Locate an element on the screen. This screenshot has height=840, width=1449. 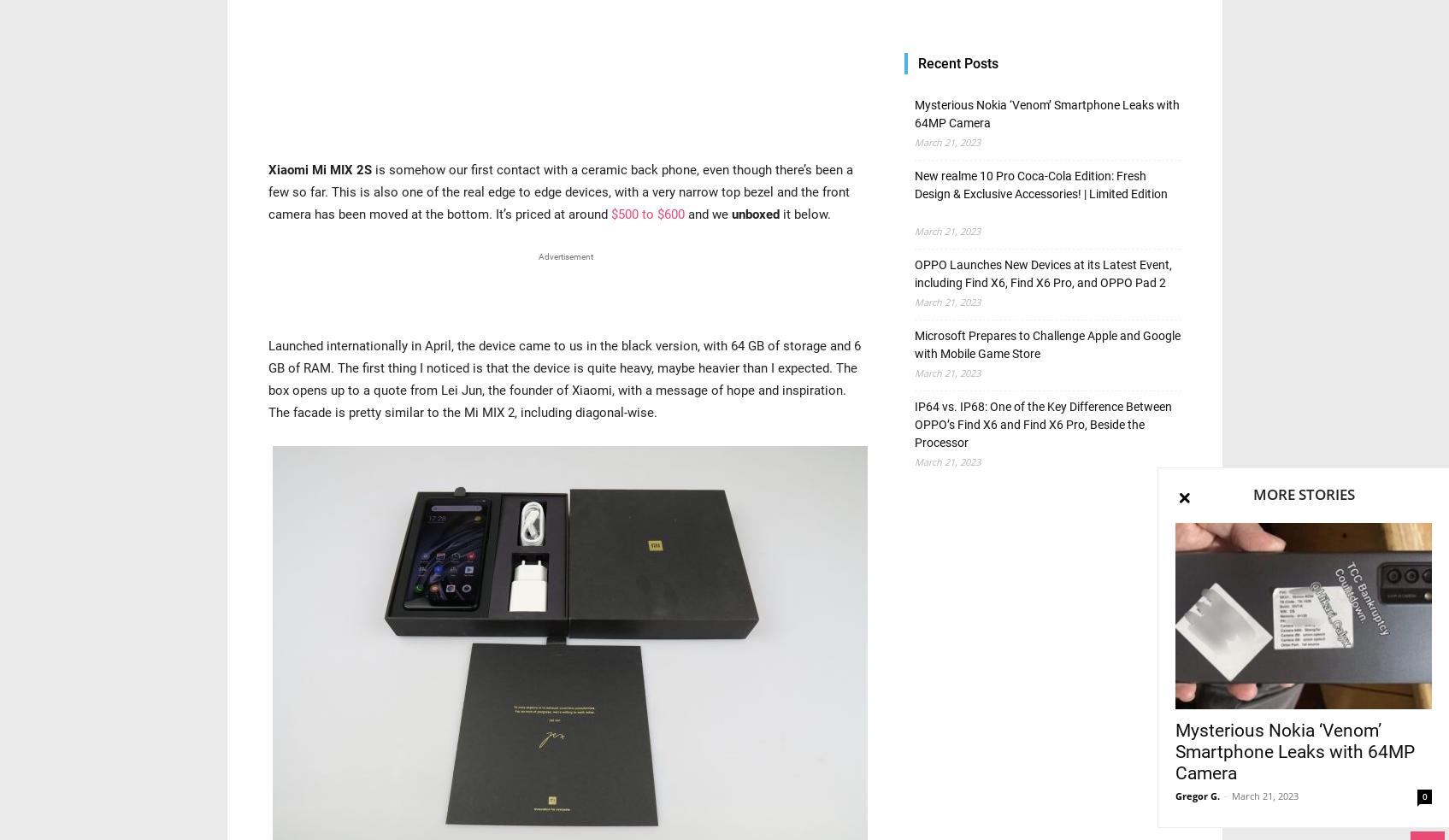
'Microsoft Prepares to Challenge Apple and Google with Mobile Game Store' is located at coordinates (1046, 344).